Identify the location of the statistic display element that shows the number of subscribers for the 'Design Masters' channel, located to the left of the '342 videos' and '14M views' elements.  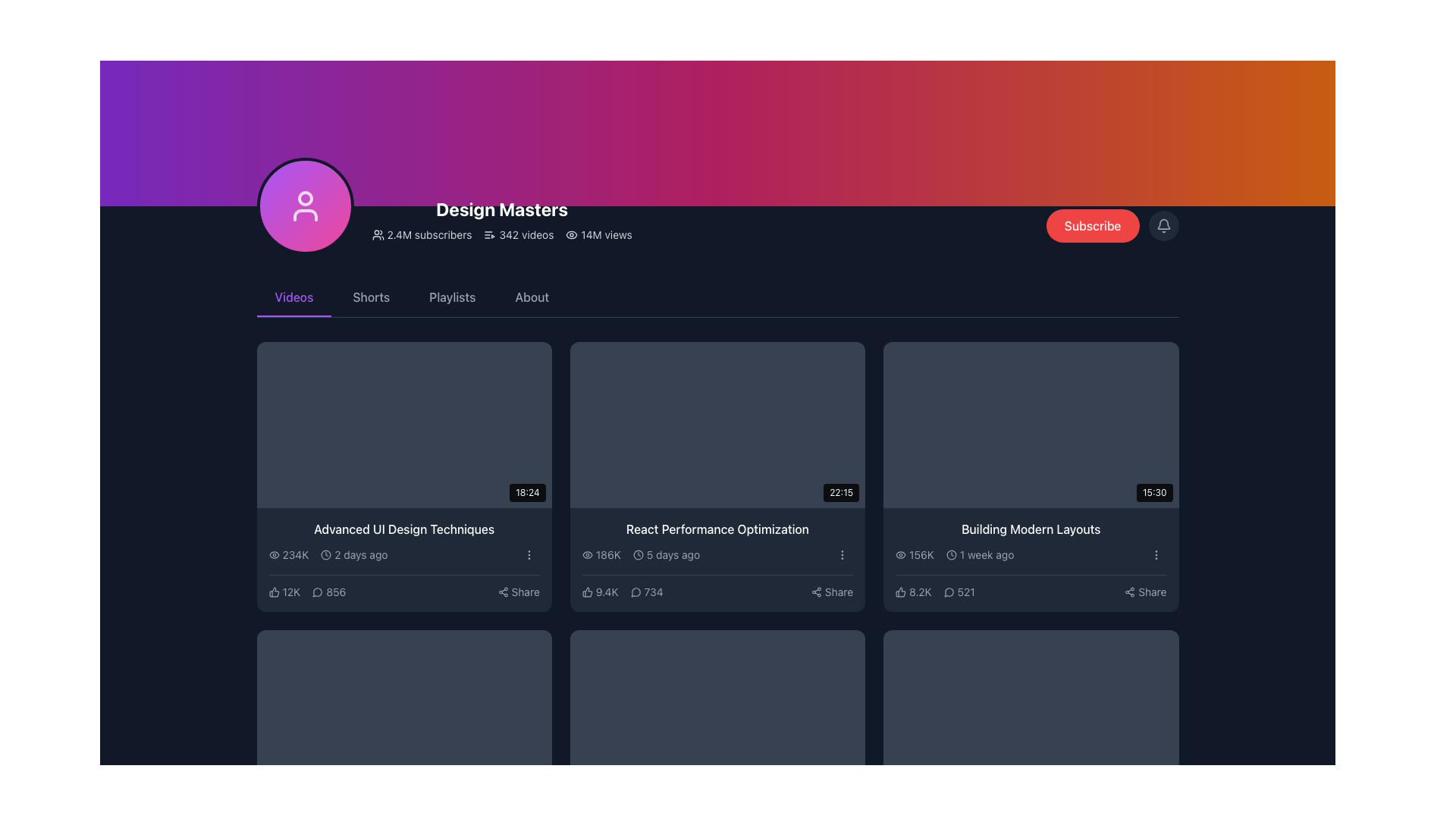
(422, 234).